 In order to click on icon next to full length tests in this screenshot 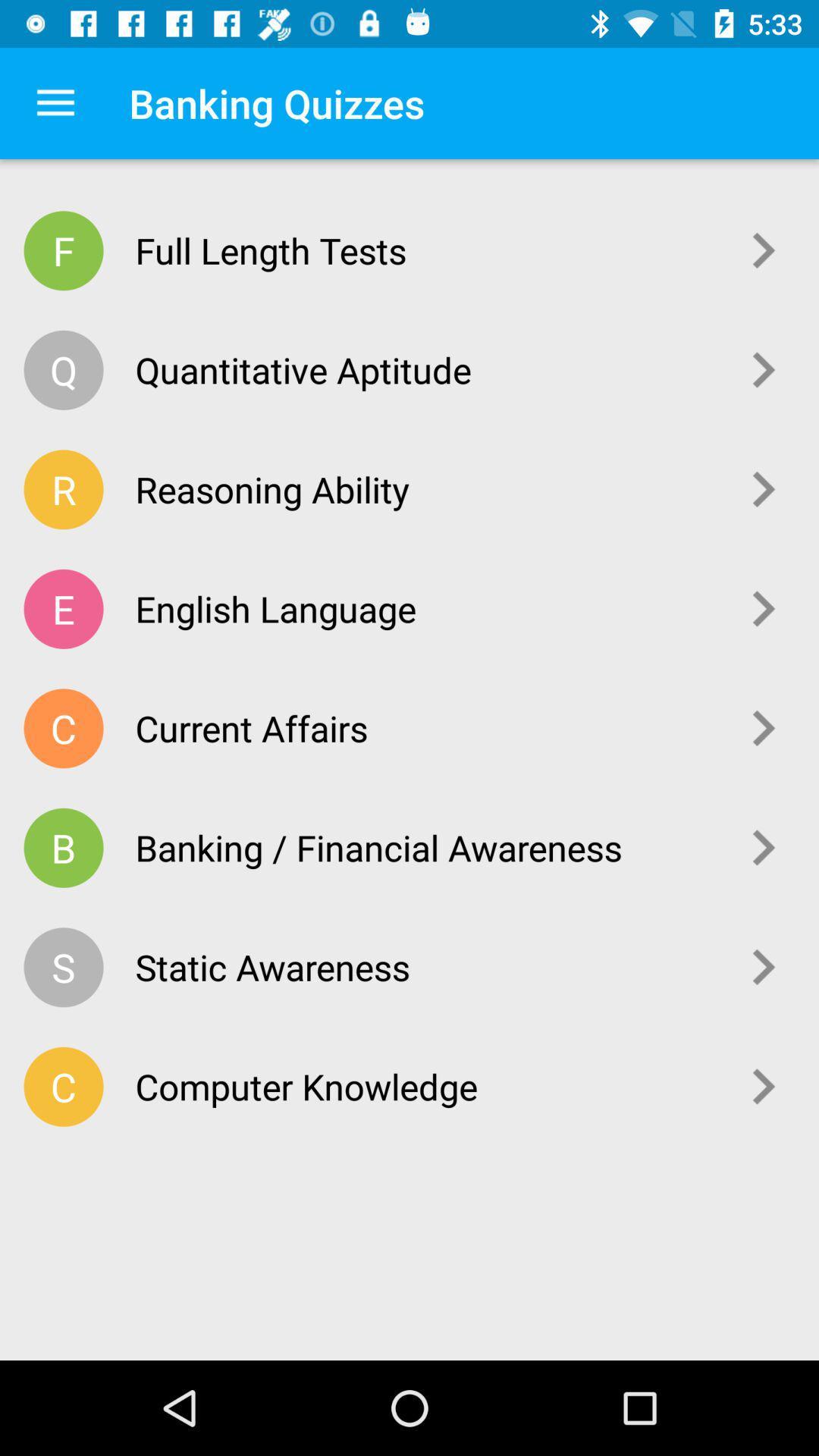, I will do `click(764, 250)`.